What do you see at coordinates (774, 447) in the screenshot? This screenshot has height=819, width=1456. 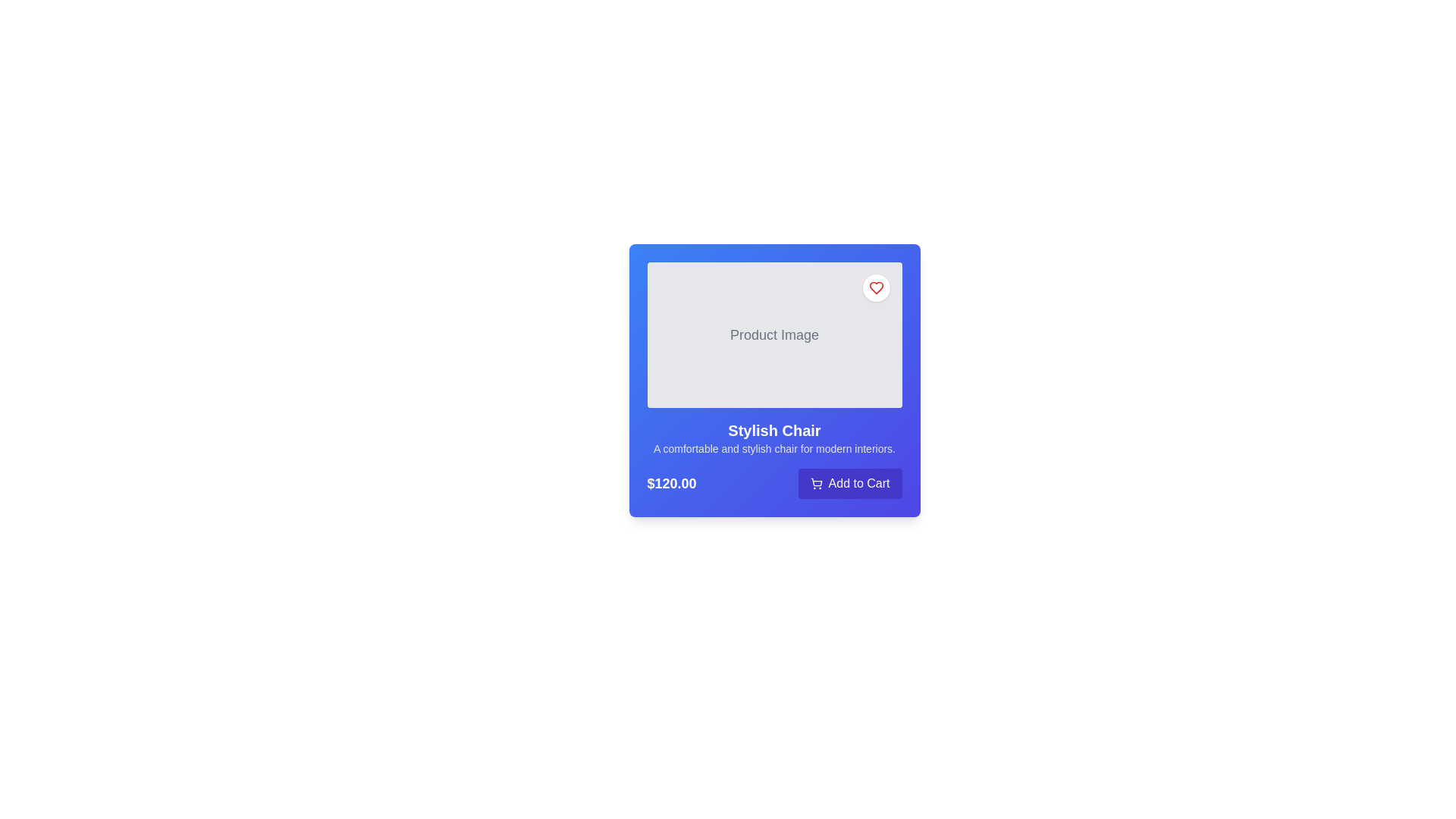 I see `descriptive text 'A comfortable and stylish chair for modern interiors.' located below the 'Stylish Chair' title in the product card interface` at bounding box center [774, 447].